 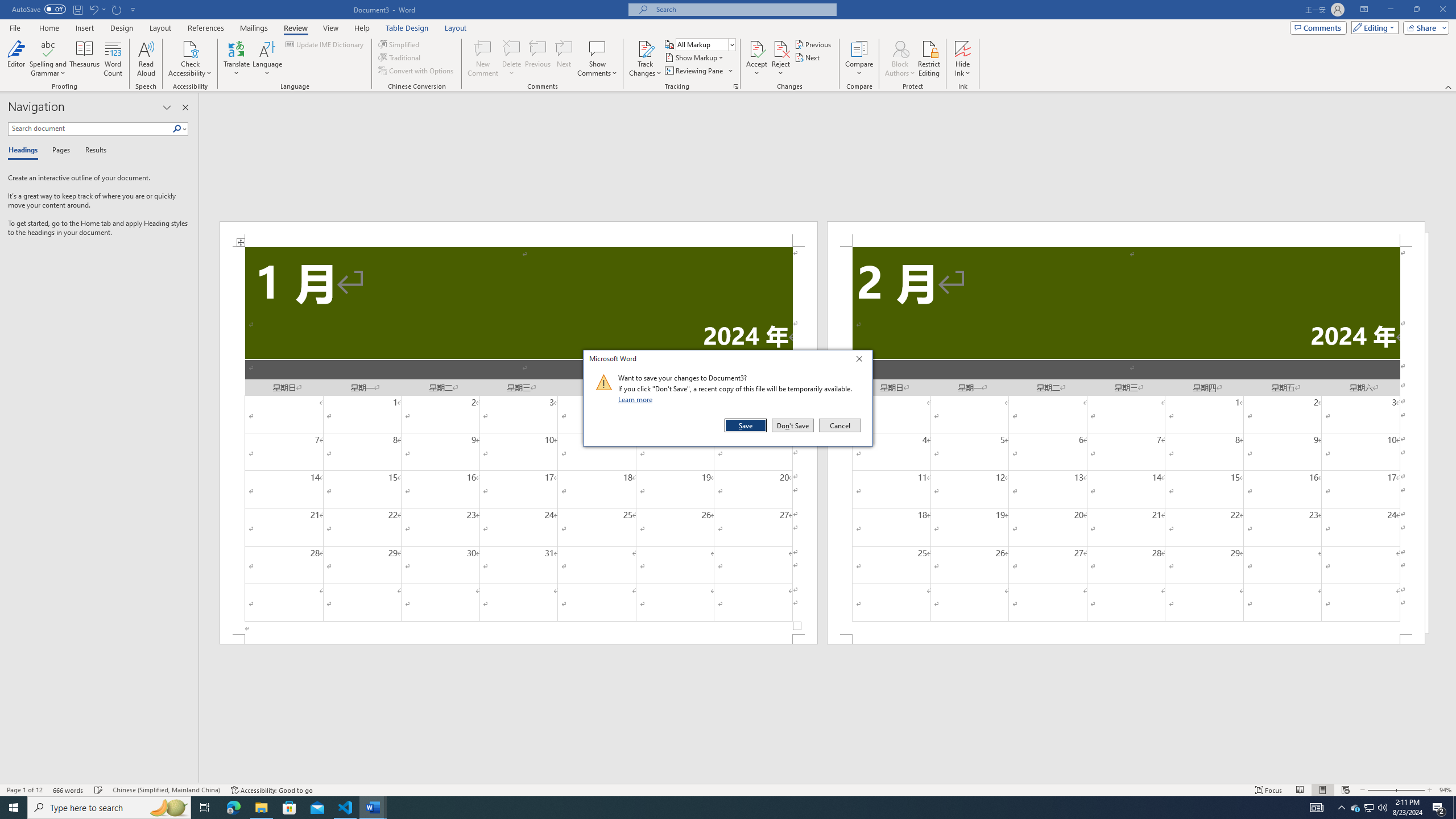 What do you see at coordinates (48, 48) in the screenshot?
I see `'Spelling and Grammar'` at bounding box center [48, 48].